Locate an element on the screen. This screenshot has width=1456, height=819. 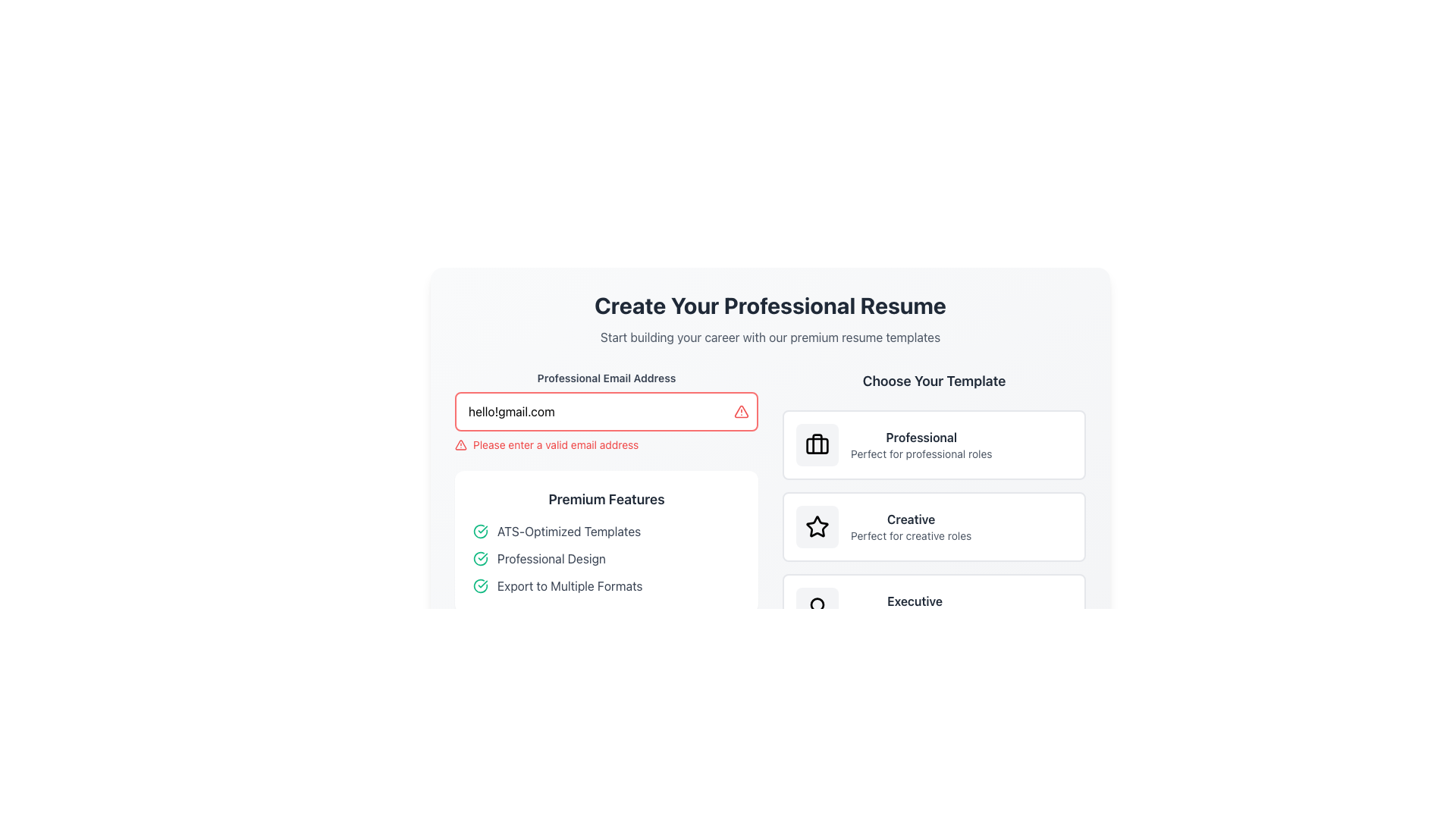
the informative text area that serves as a welcoming and introductory interface for users creating resumes, positioned at the top of the page above the email input field is located at coordinates (770, 318).